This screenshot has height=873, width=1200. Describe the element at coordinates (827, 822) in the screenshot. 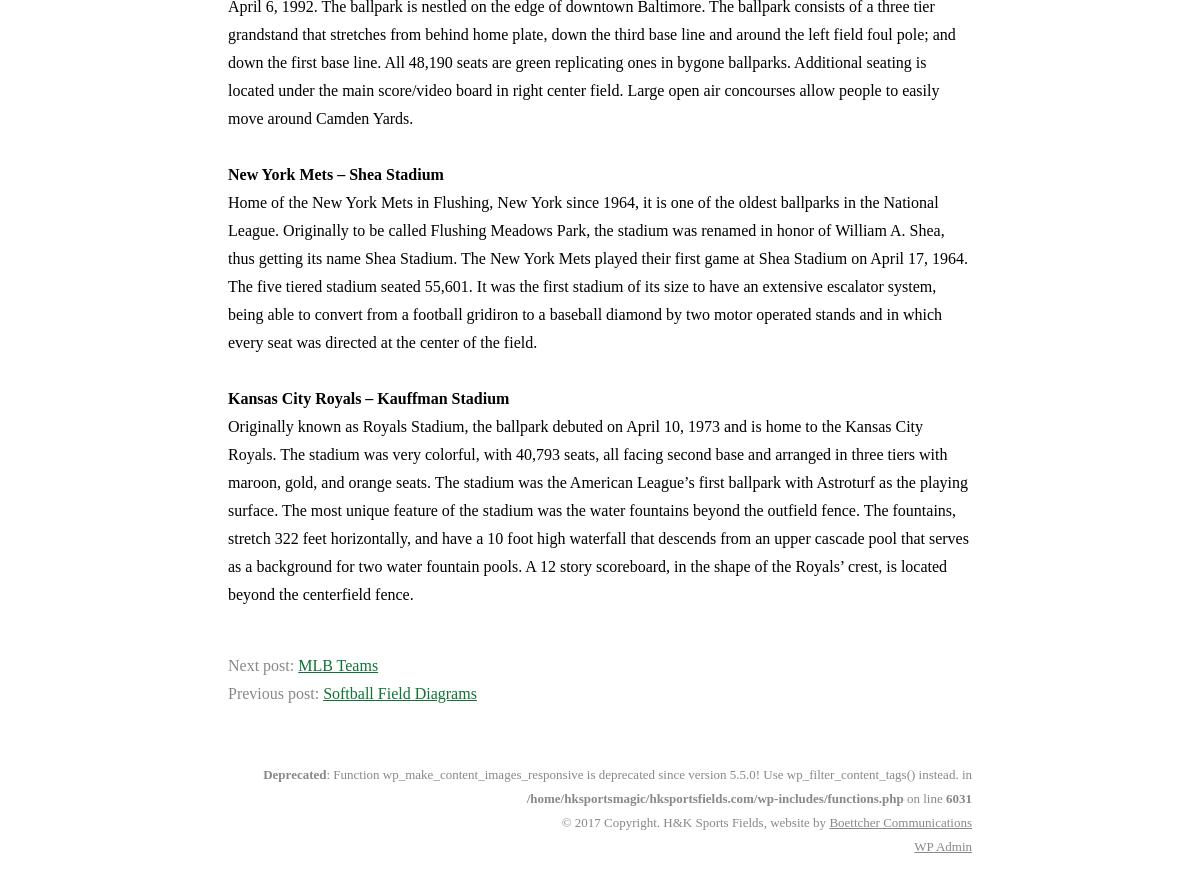

I see `'Boettcher Communications'` at that location.